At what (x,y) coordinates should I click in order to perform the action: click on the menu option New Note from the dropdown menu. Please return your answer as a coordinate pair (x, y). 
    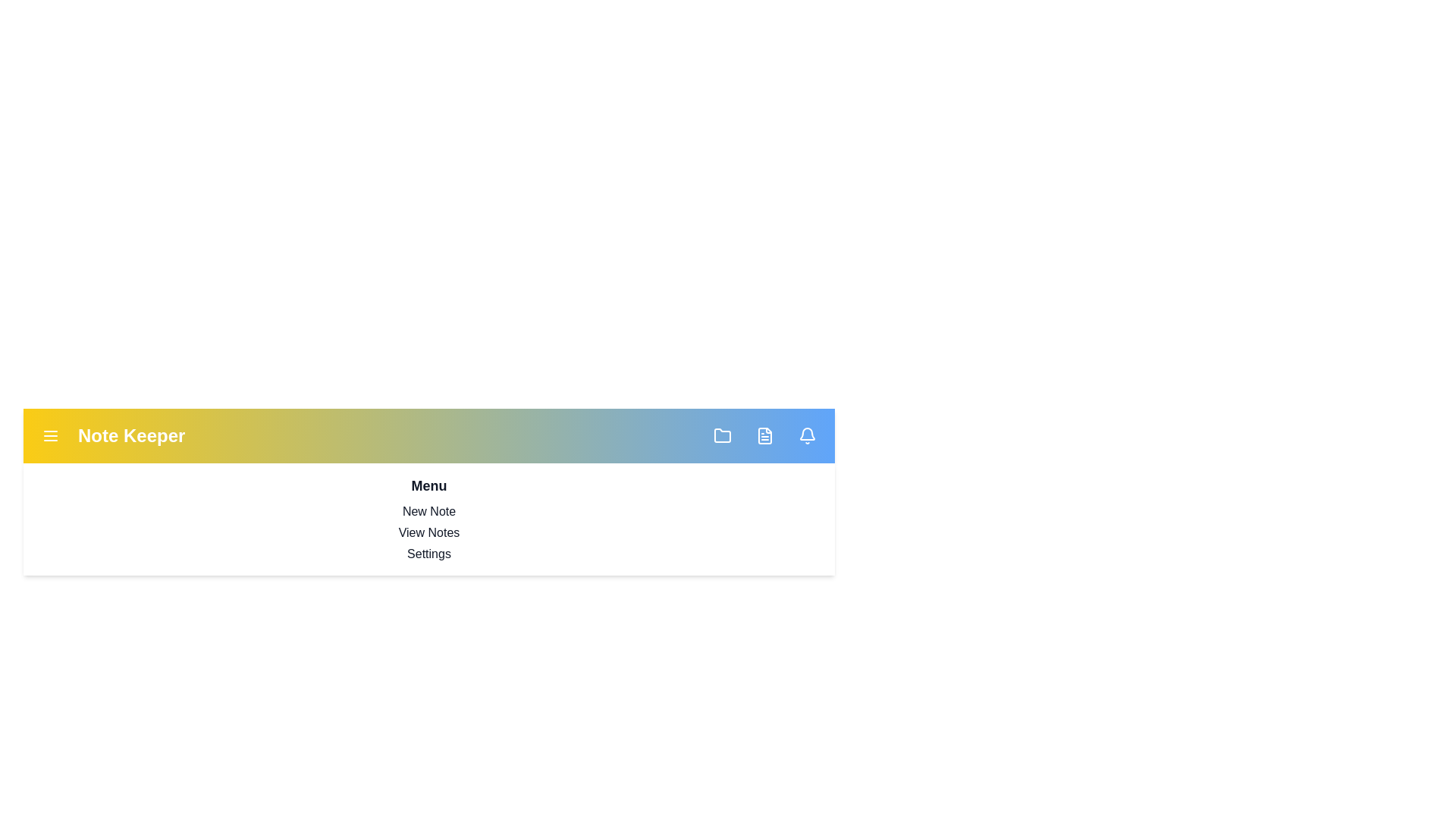
    Looking at the image, I should click on (428, 512).